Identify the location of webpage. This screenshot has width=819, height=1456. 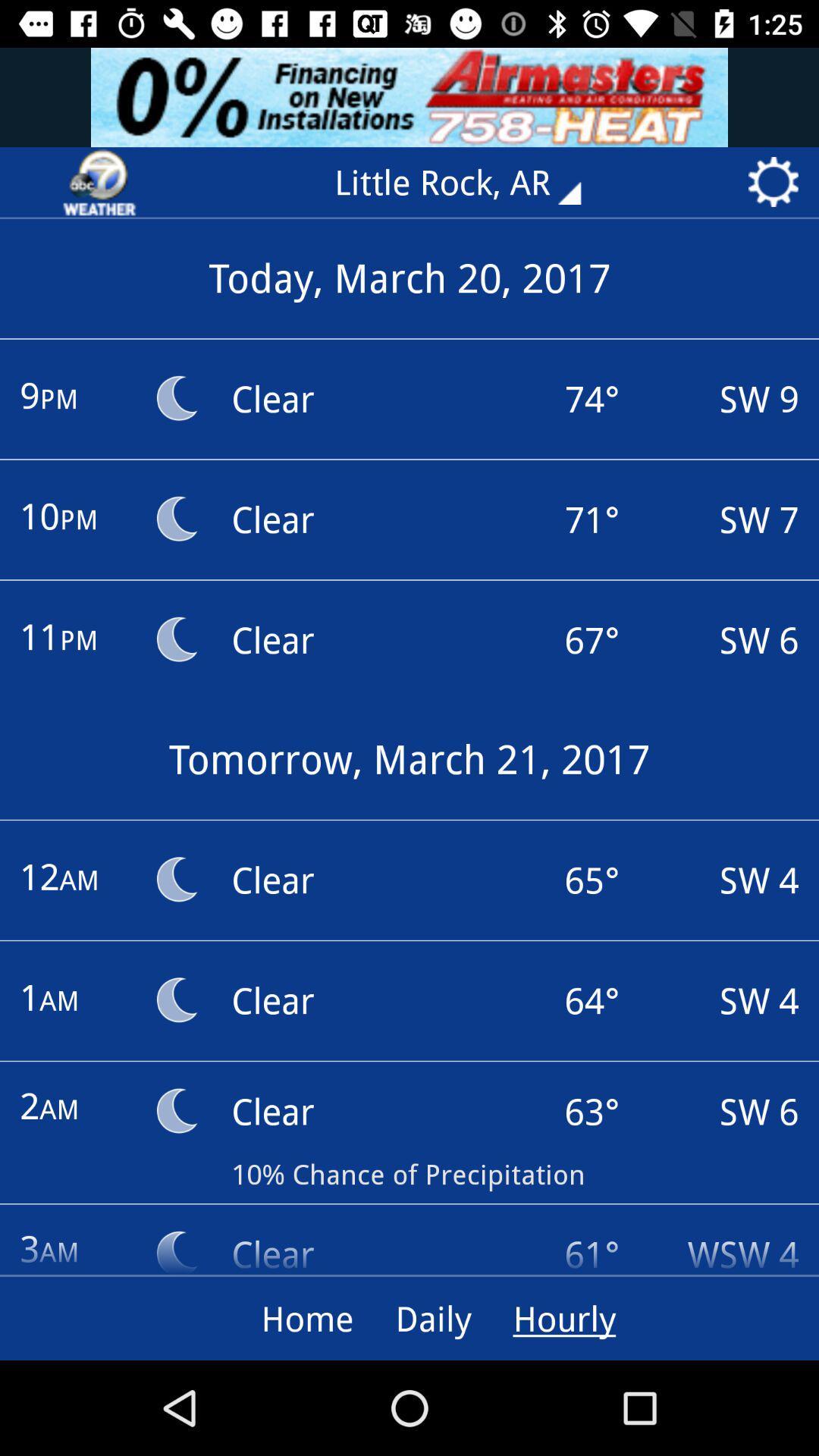
(99, 182).